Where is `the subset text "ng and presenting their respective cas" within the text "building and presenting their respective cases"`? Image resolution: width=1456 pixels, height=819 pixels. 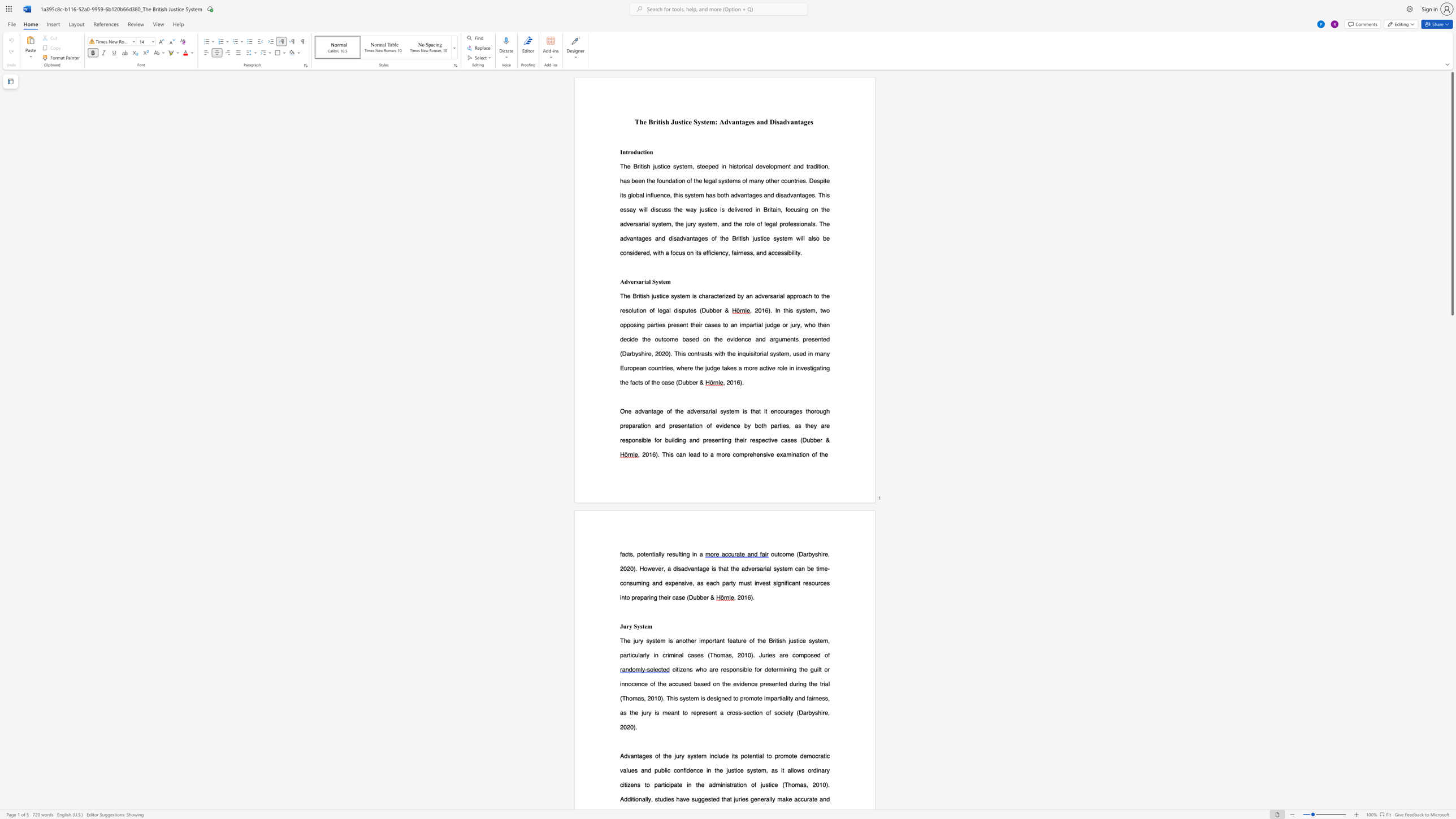
the subset text "ng and presenting their respective cas" within the text "building and presenting their respective cases" is located at coordinates (679, 439).